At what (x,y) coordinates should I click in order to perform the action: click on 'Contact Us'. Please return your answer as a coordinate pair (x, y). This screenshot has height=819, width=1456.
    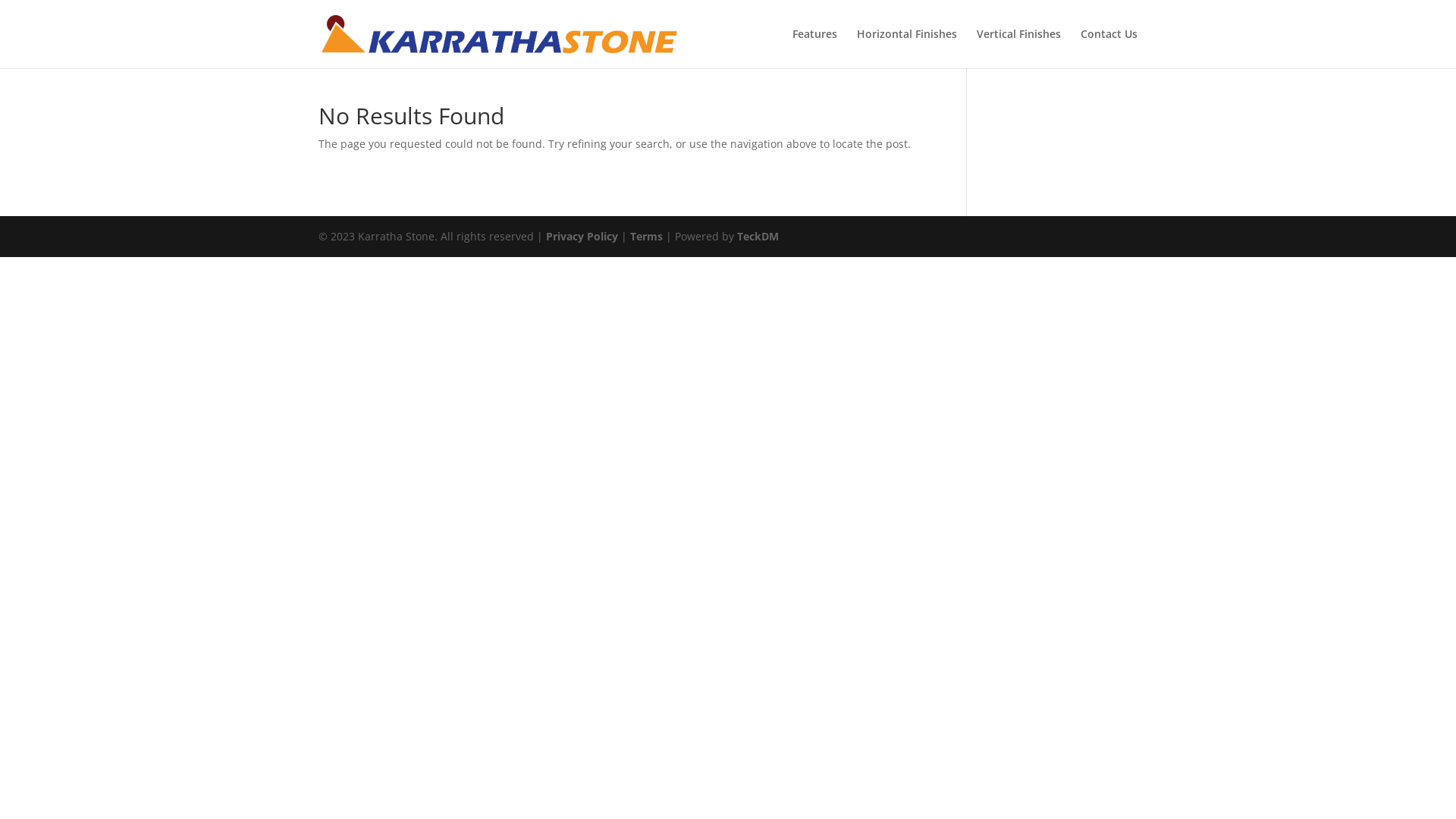
    Looking at the image, I should click on (1109, 48).